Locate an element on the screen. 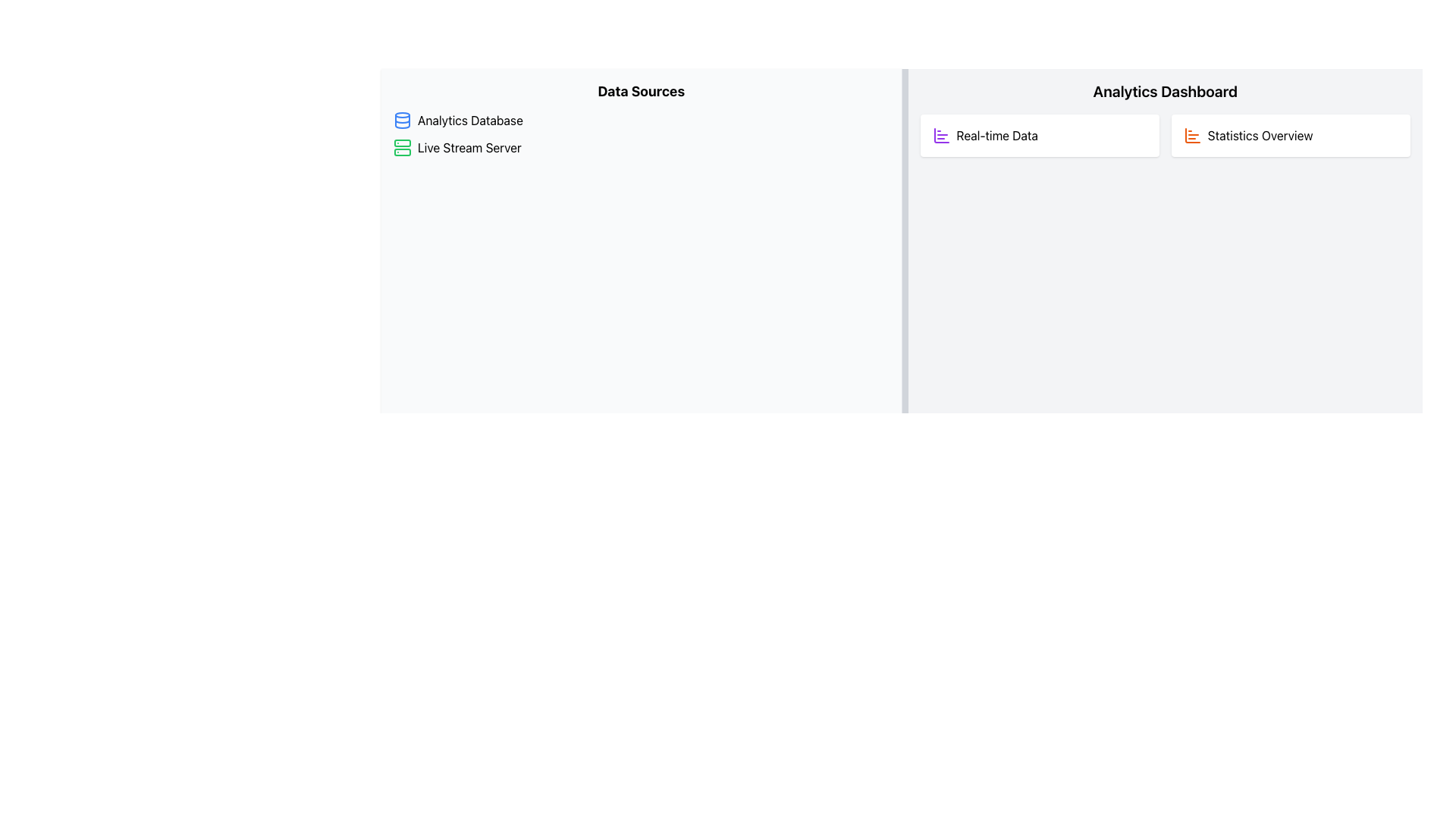  the green outlined server icon located to the left of the 'Live Stream Server' text in the 'Data Sources' section is located at coordinates (403, 148).